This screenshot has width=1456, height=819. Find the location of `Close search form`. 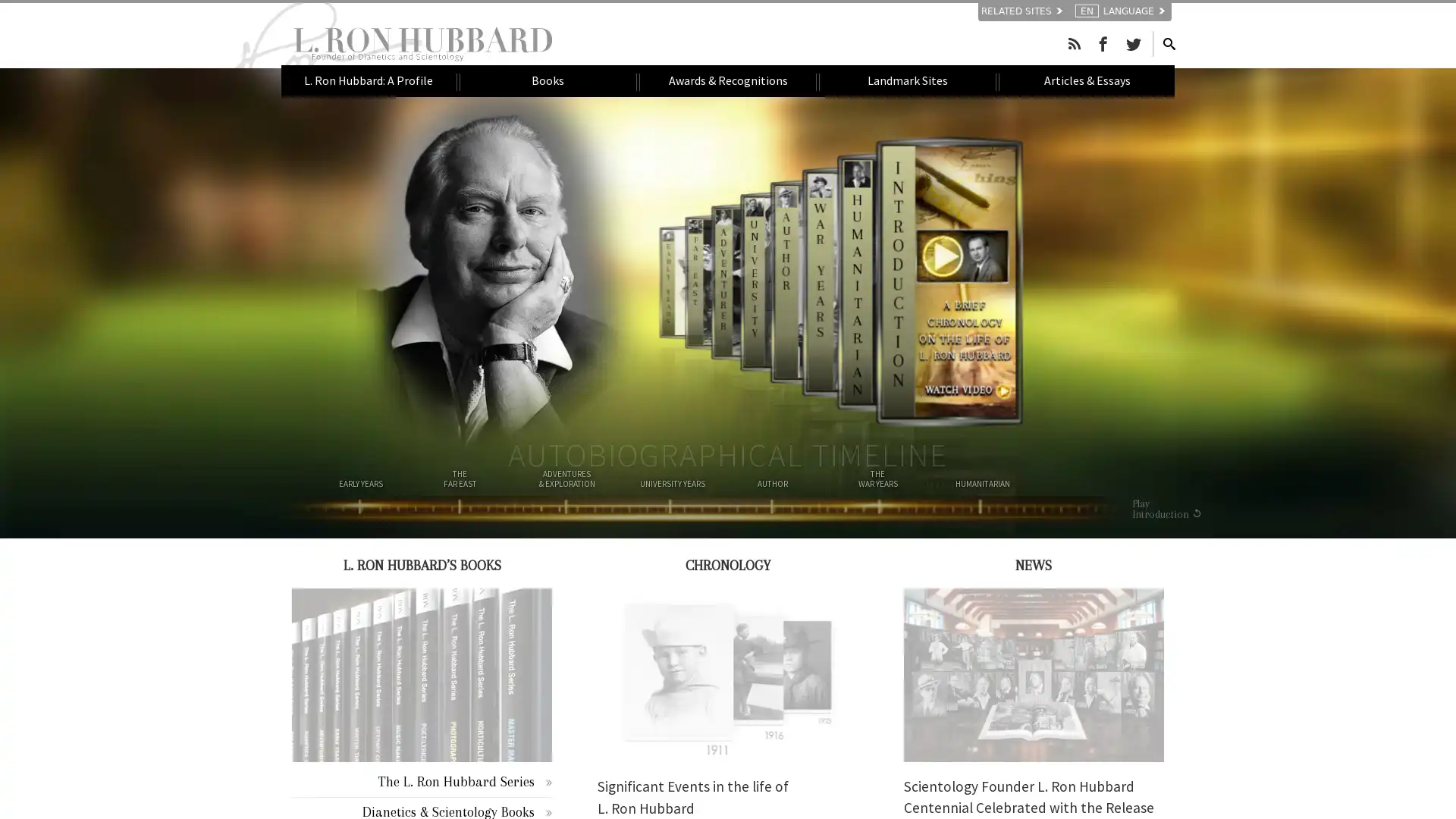

Close search form is located at coordinates (1153, 42).